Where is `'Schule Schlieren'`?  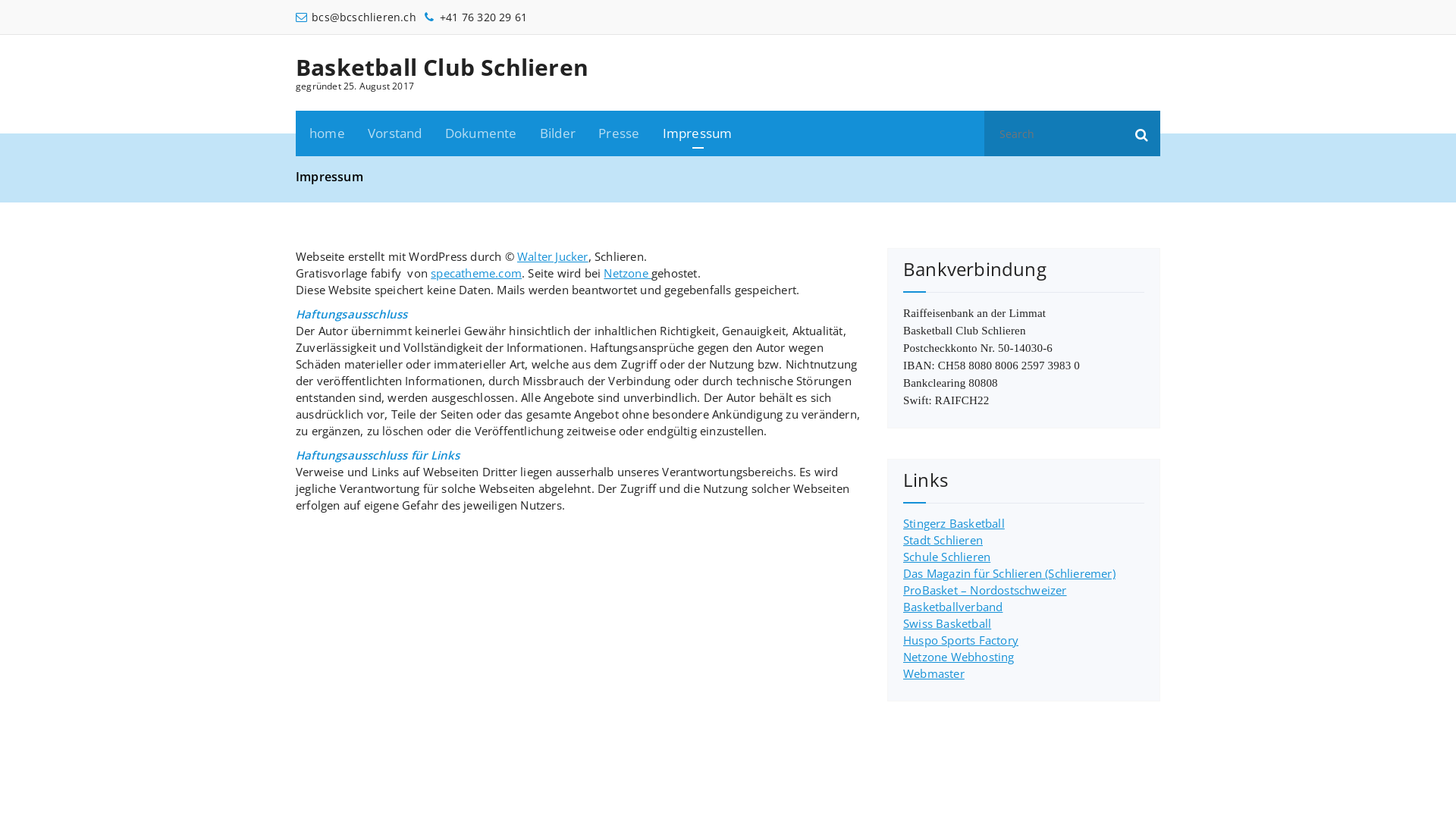
'Schule Schlieren' is located at coordinates (946, 556).